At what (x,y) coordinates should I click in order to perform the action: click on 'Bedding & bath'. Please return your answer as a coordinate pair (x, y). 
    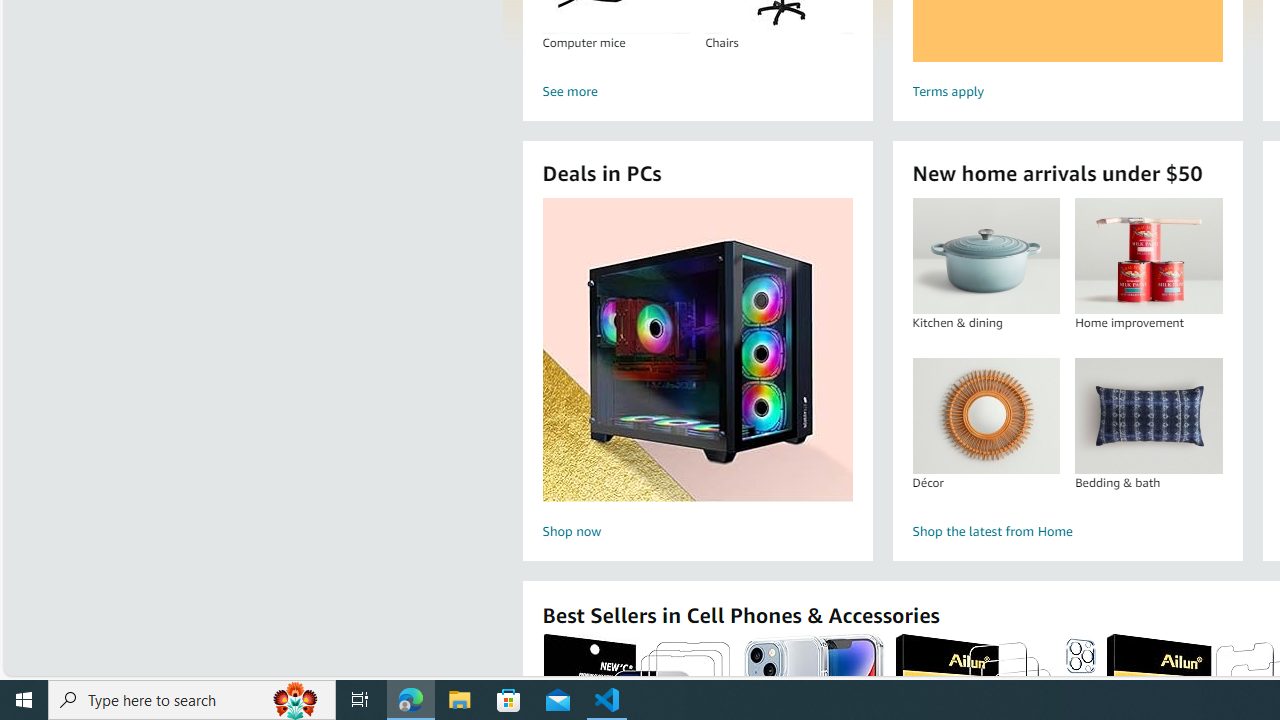
    Looking at the image, I should click on (1148, 414).